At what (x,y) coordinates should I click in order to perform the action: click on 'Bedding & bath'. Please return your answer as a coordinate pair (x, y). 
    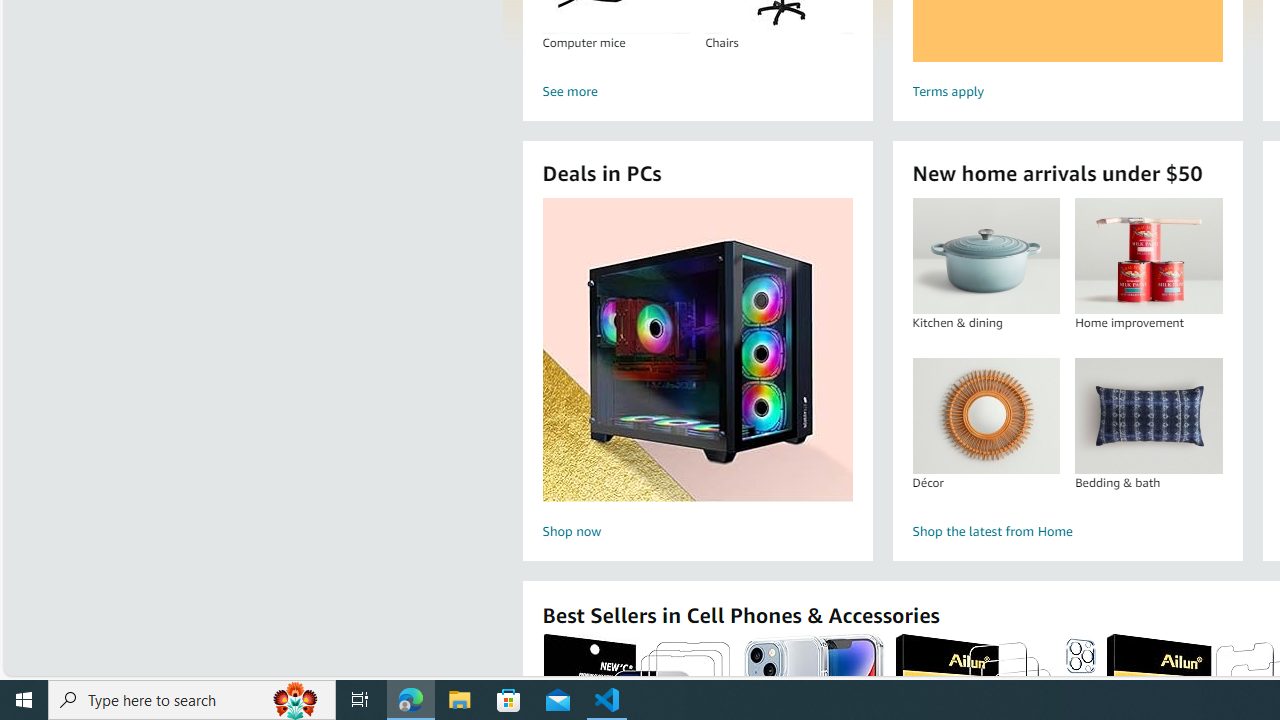
    Looking at the image, I should click on (1148, 414).